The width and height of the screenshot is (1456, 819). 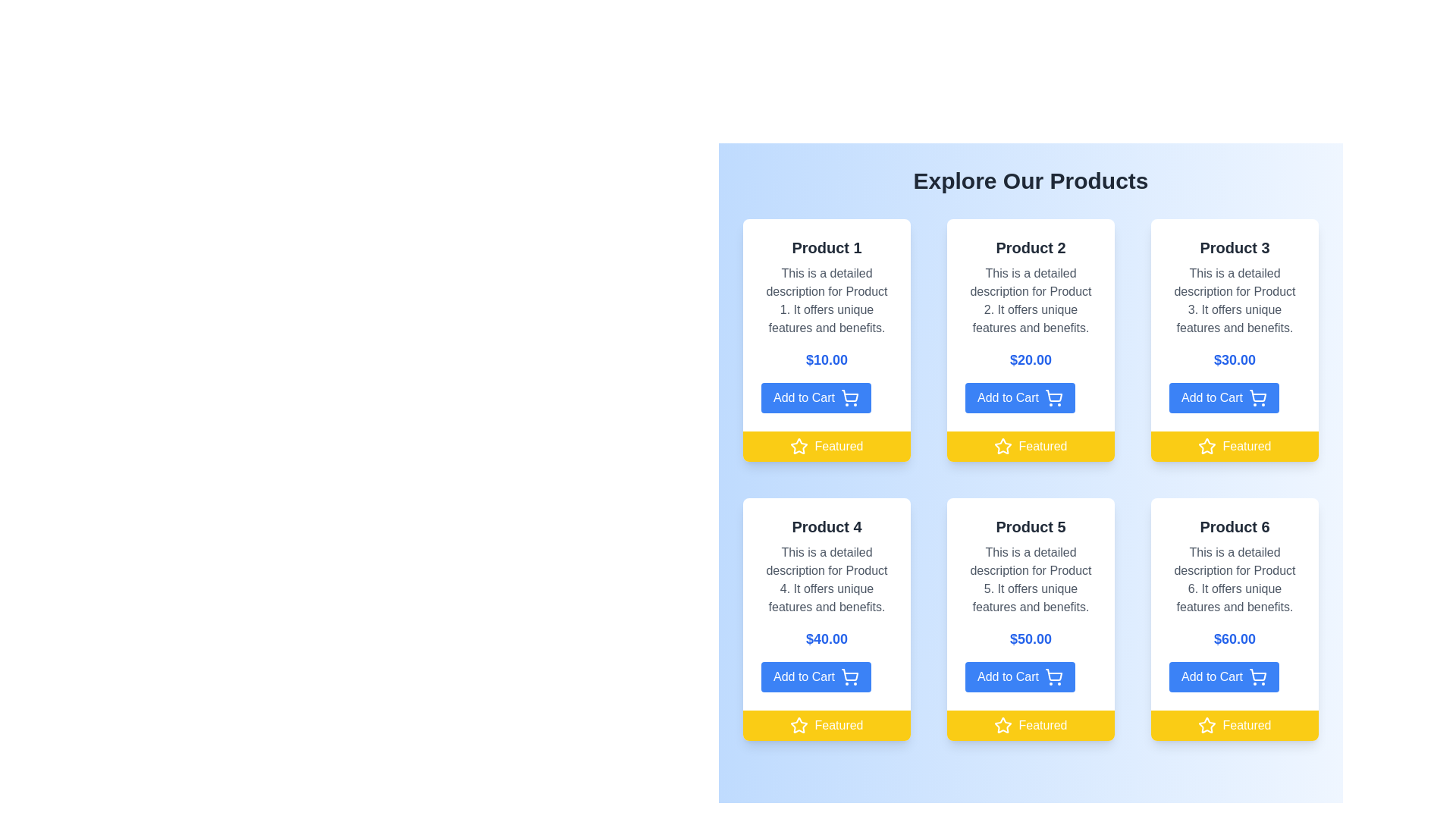 What do you see at coordinates (799, 724) in the screenshot?
I see `the decorative 'Featured' icon located underneath the 'Product 4' card in the grid layout` at bounding box center [799, 724].